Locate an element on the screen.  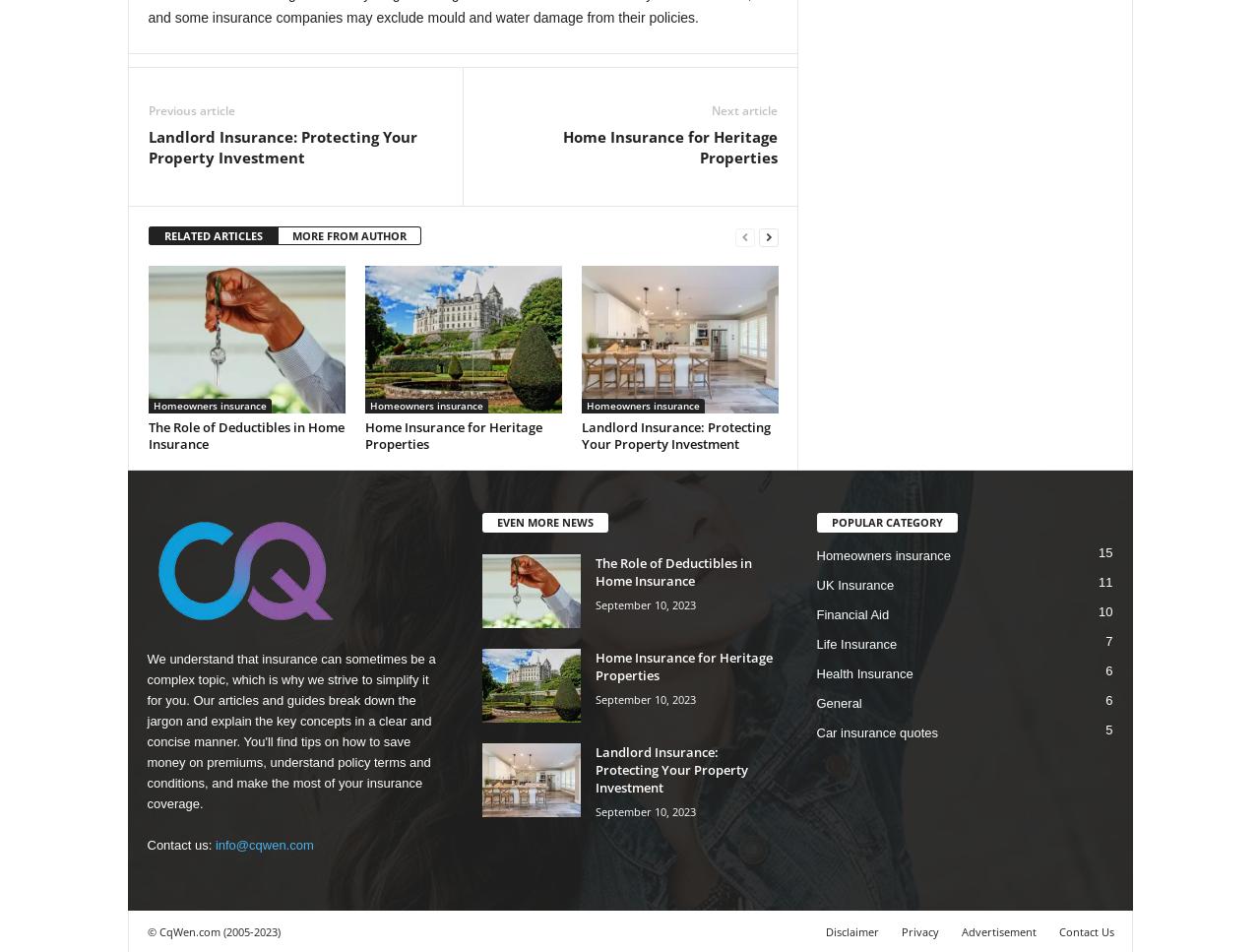
'Next article' is located at coordinates (742, 110).